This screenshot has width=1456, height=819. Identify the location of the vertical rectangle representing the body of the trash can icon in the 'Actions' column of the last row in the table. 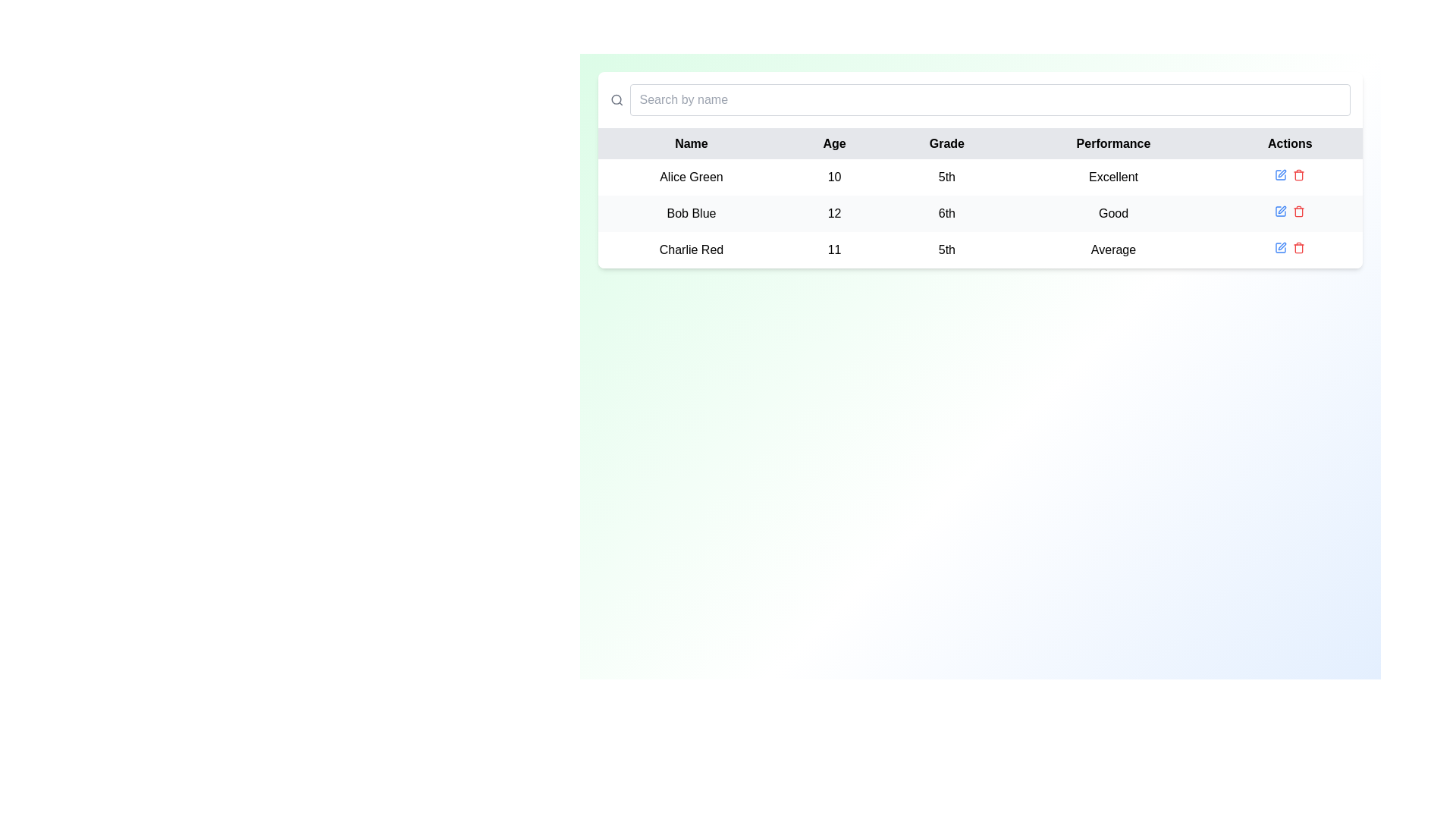
(1298, 248).